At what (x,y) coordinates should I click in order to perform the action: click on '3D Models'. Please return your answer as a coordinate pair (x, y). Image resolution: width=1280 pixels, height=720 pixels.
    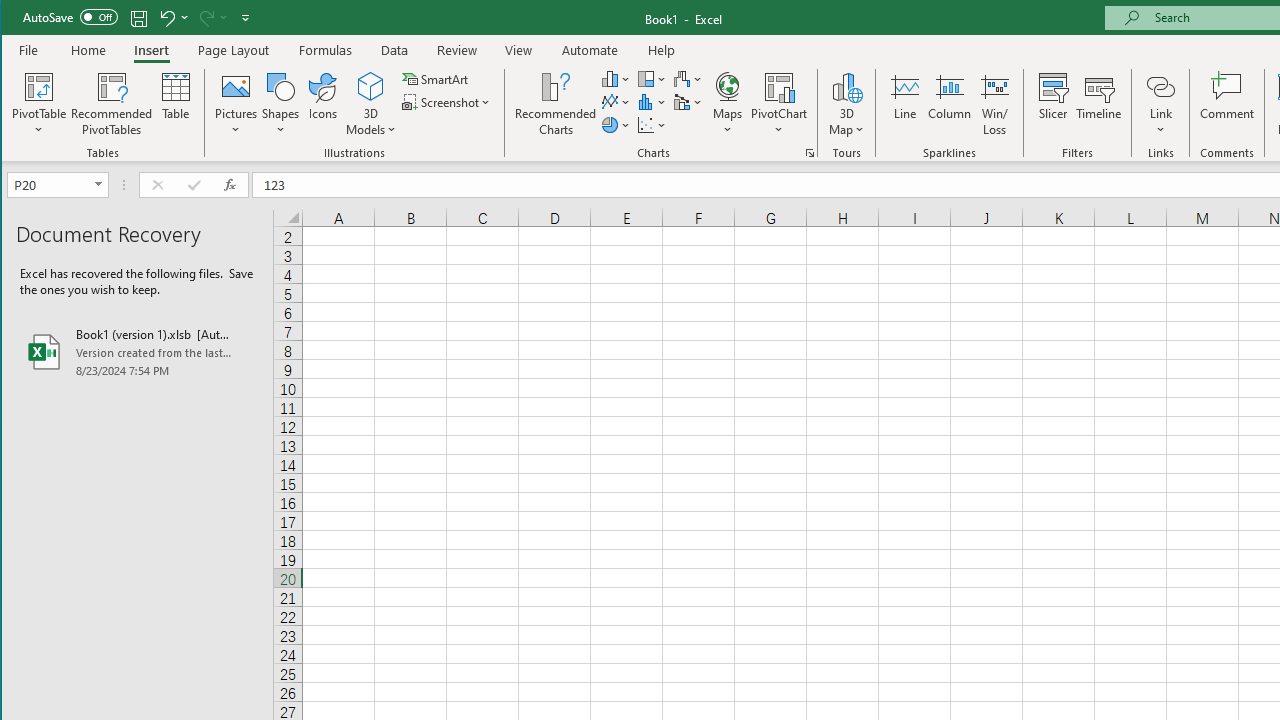
    Looking at the image, I should click on (371, 85).